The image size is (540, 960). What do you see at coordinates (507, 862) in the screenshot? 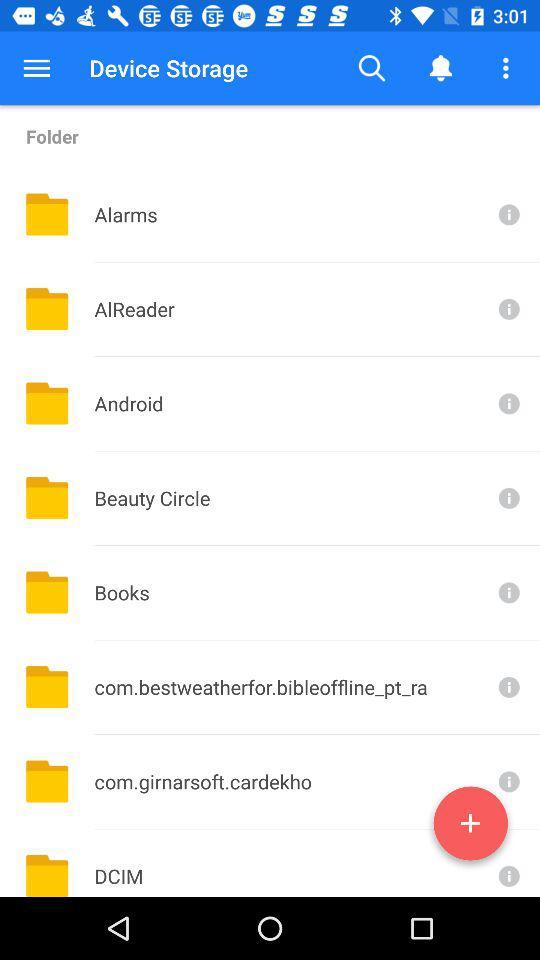
I see `info` at bounding box center [507, 862].